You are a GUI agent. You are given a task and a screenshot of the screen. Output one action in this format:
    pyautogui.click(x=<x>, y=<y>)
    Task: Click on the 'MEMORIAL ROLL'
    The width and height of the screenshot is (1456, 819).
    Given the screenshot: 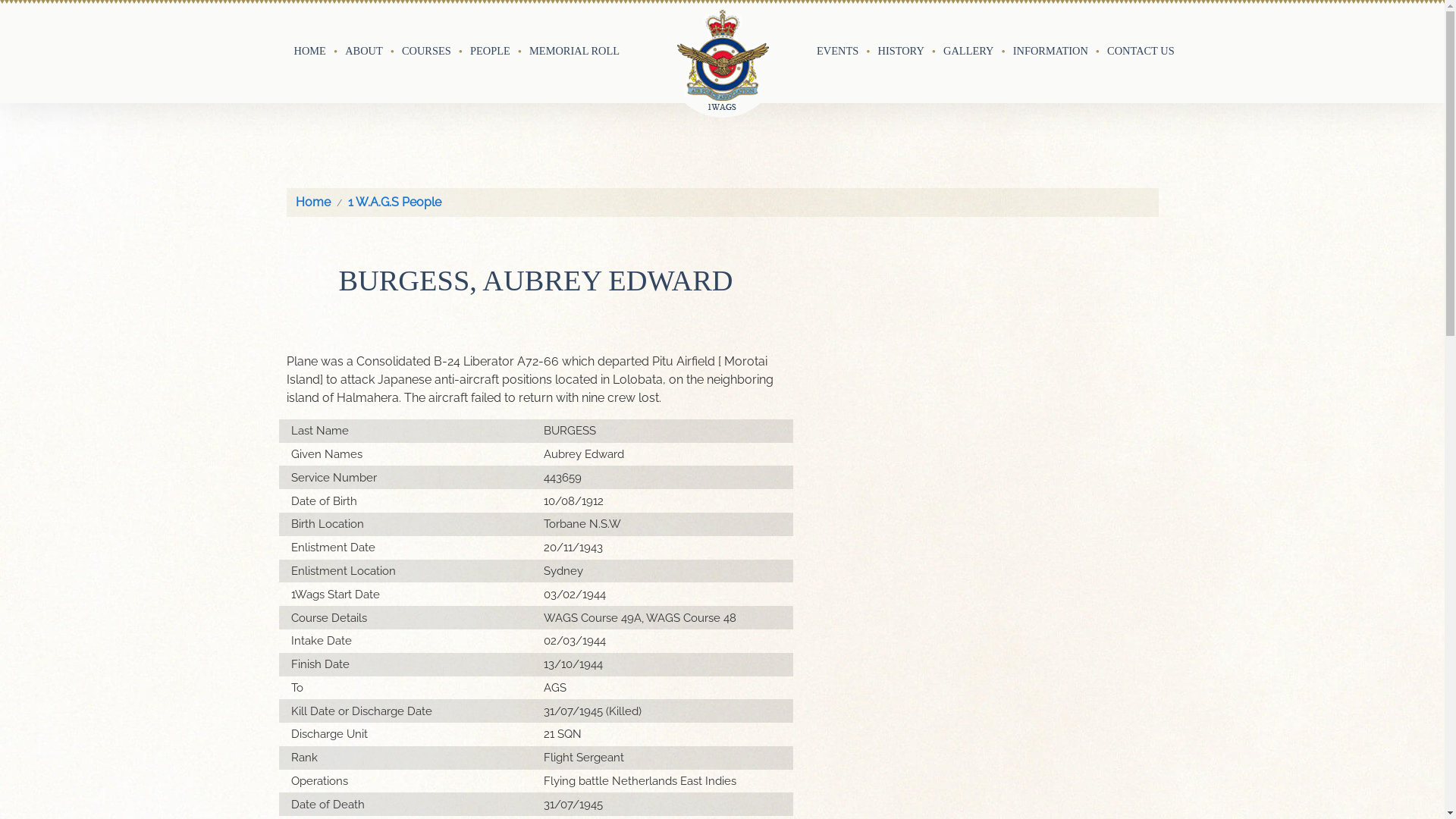 What is the action you would take?
    pyautogui.click(x=573, y=50)
    